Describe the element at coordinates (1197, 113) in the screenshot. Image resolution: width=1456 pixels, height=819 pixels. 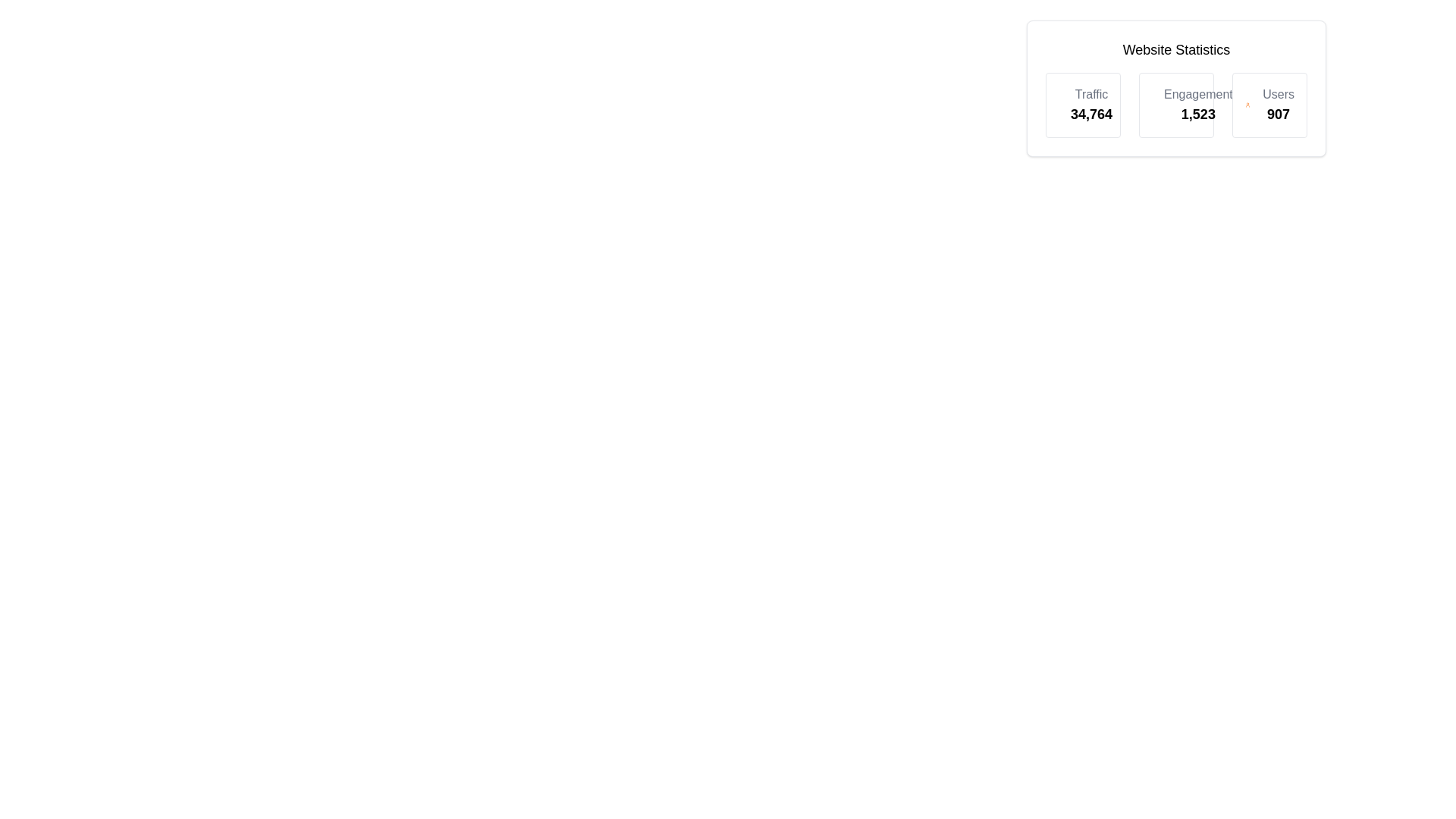
I see `the Text label that indicates the engagement metric, positioned below the 'Engagement' label and between 'Traffic' and 'Users'` at that location.